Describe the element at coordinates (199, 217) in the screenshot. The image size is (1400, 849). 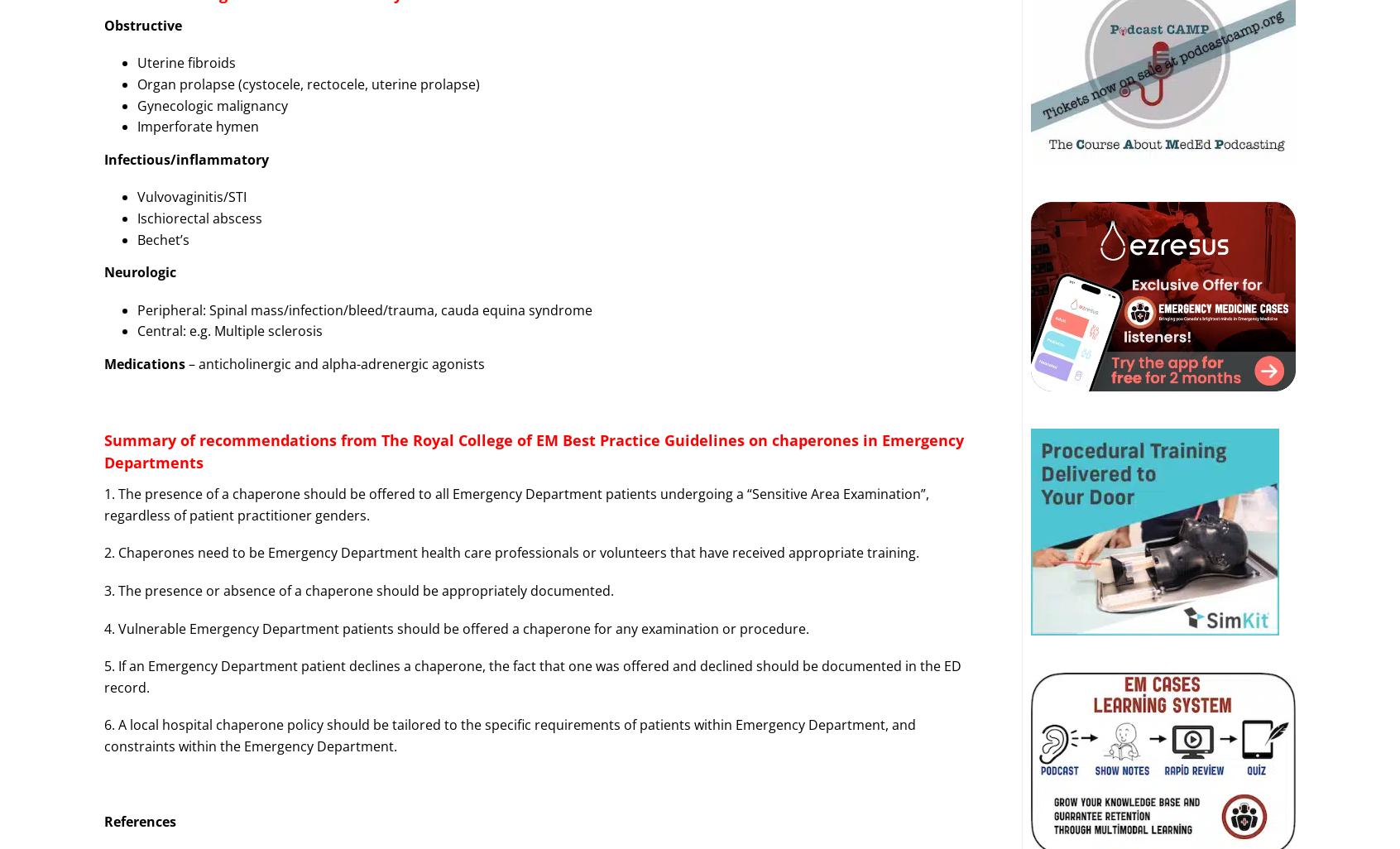
I see `'Ischiorectal abscess'` at that location.